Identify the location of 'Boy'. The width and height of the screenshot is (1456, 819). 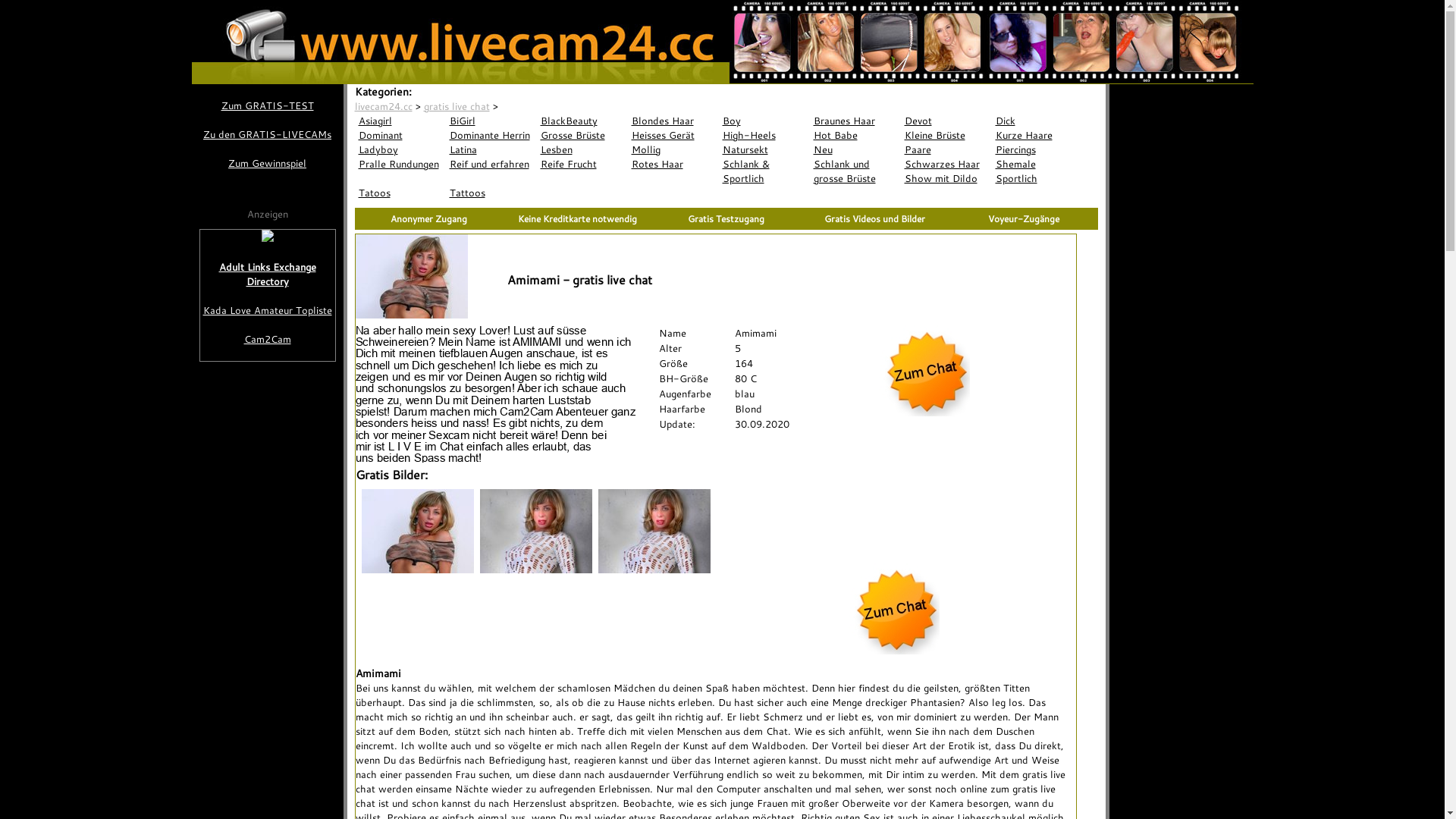
(764, 120).